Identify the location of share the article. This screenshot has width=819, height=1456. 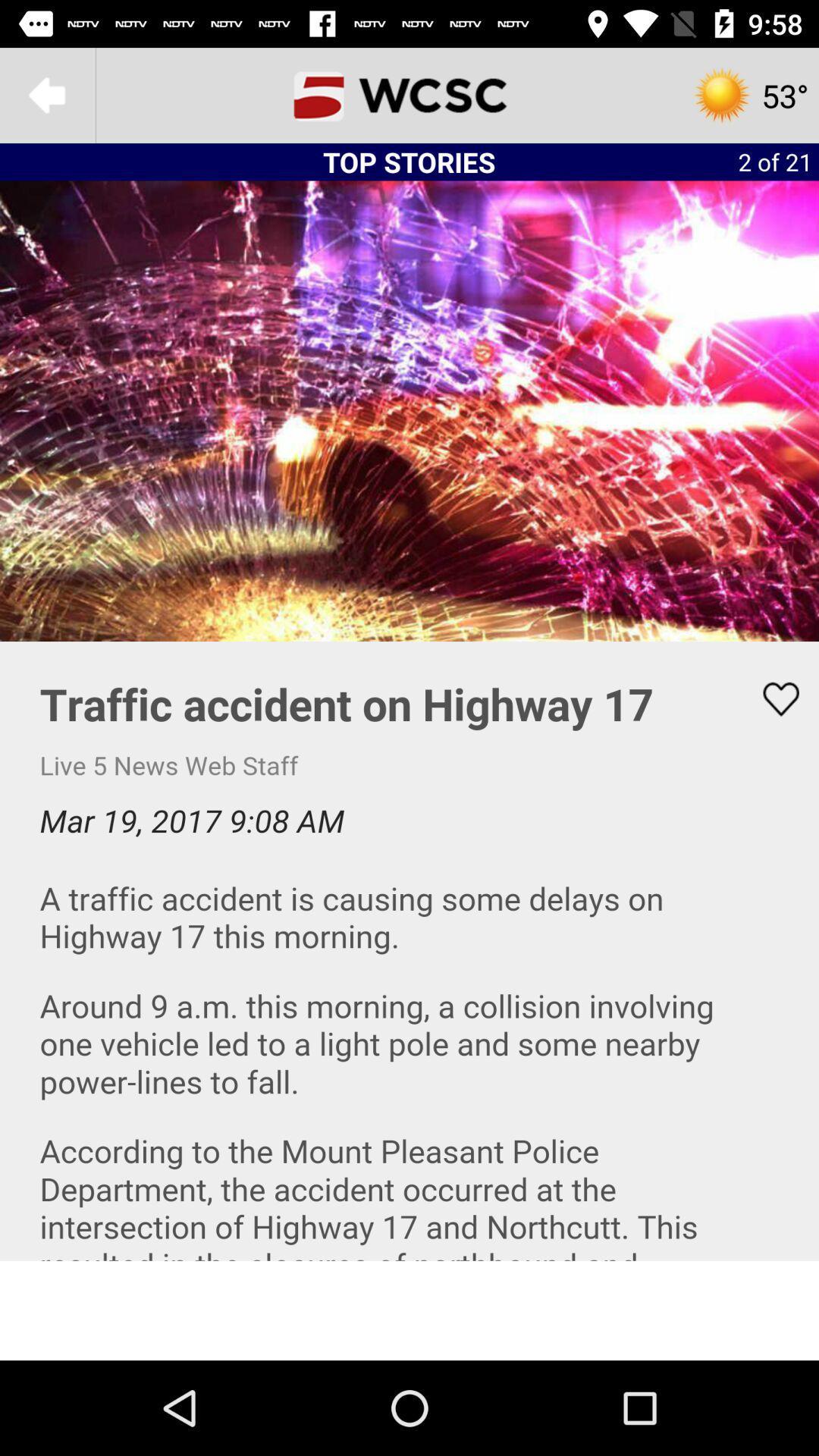
(771, 698).